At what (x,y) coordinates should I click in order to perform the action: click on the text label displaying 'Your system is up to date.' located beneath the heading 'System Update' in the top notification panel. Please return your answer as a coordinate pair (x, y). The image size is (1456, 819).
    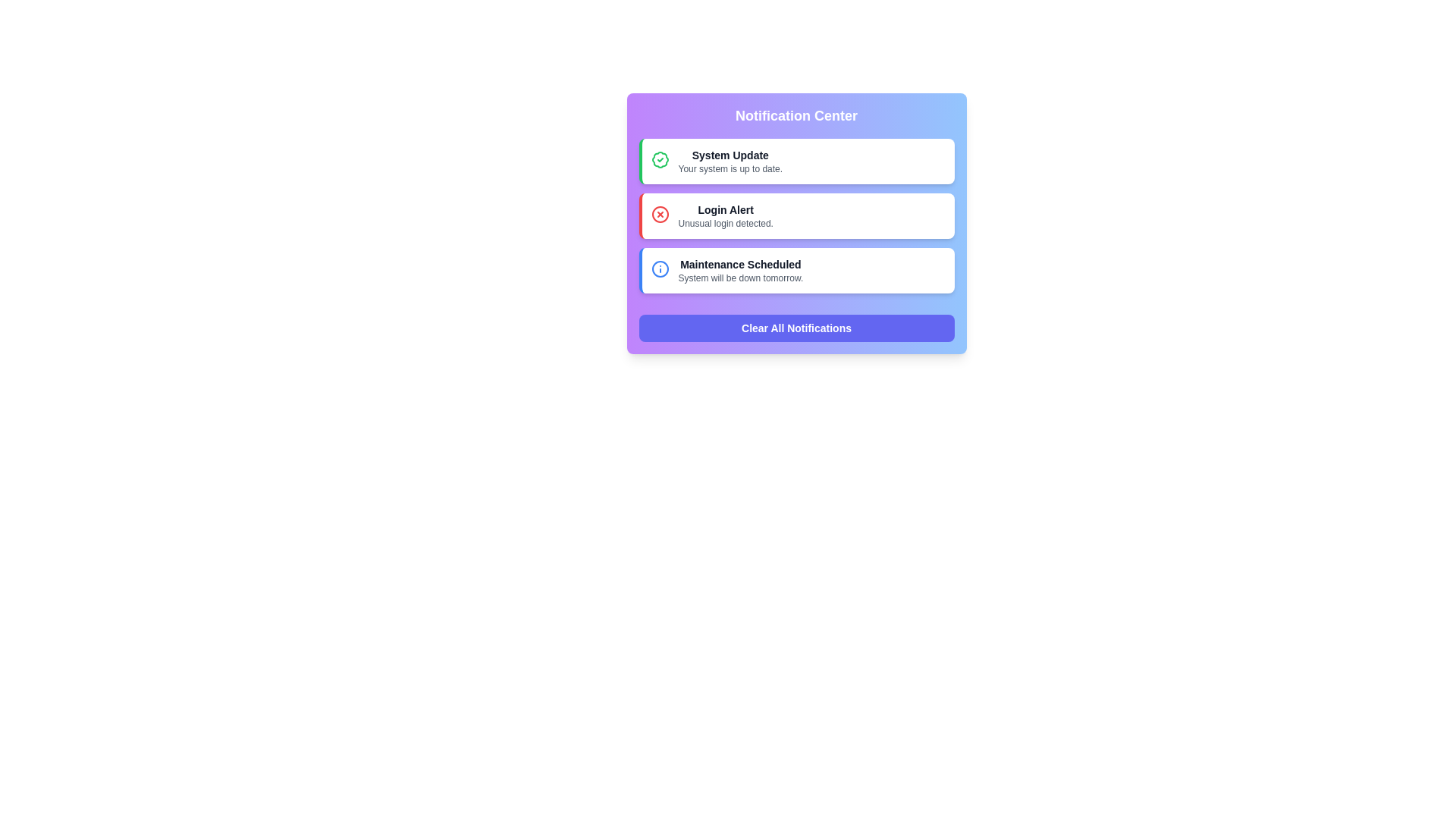
    Looking at the image, I should click on (730, 169).